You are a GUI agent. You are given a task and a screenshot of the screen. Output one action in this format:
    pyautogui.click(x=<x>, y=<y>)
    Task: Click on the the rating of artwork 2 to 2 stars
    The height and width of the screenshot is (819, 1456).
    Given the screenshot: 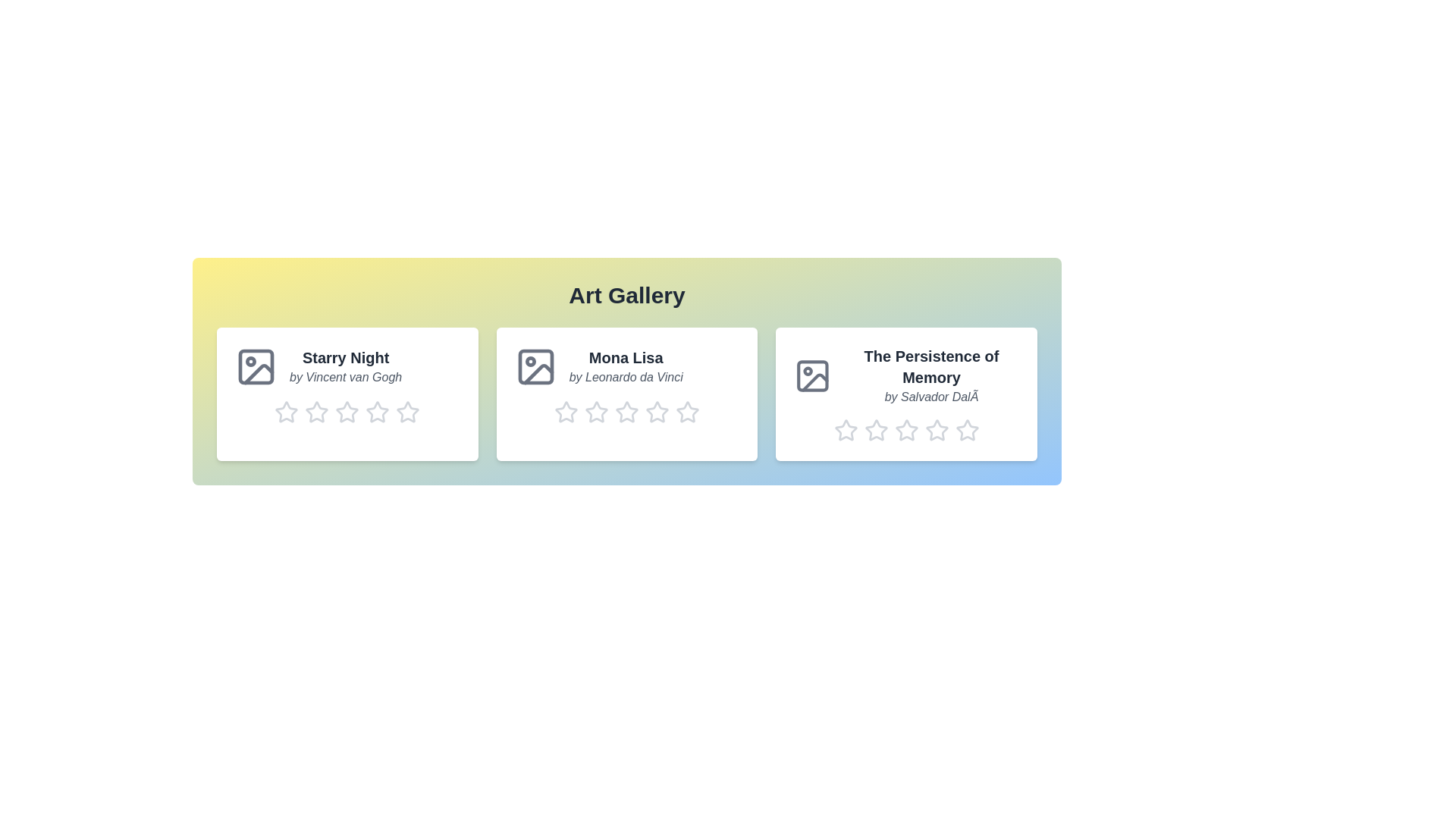 What is the action you would take?
    pyautogui.click(x=584, y=412)
    